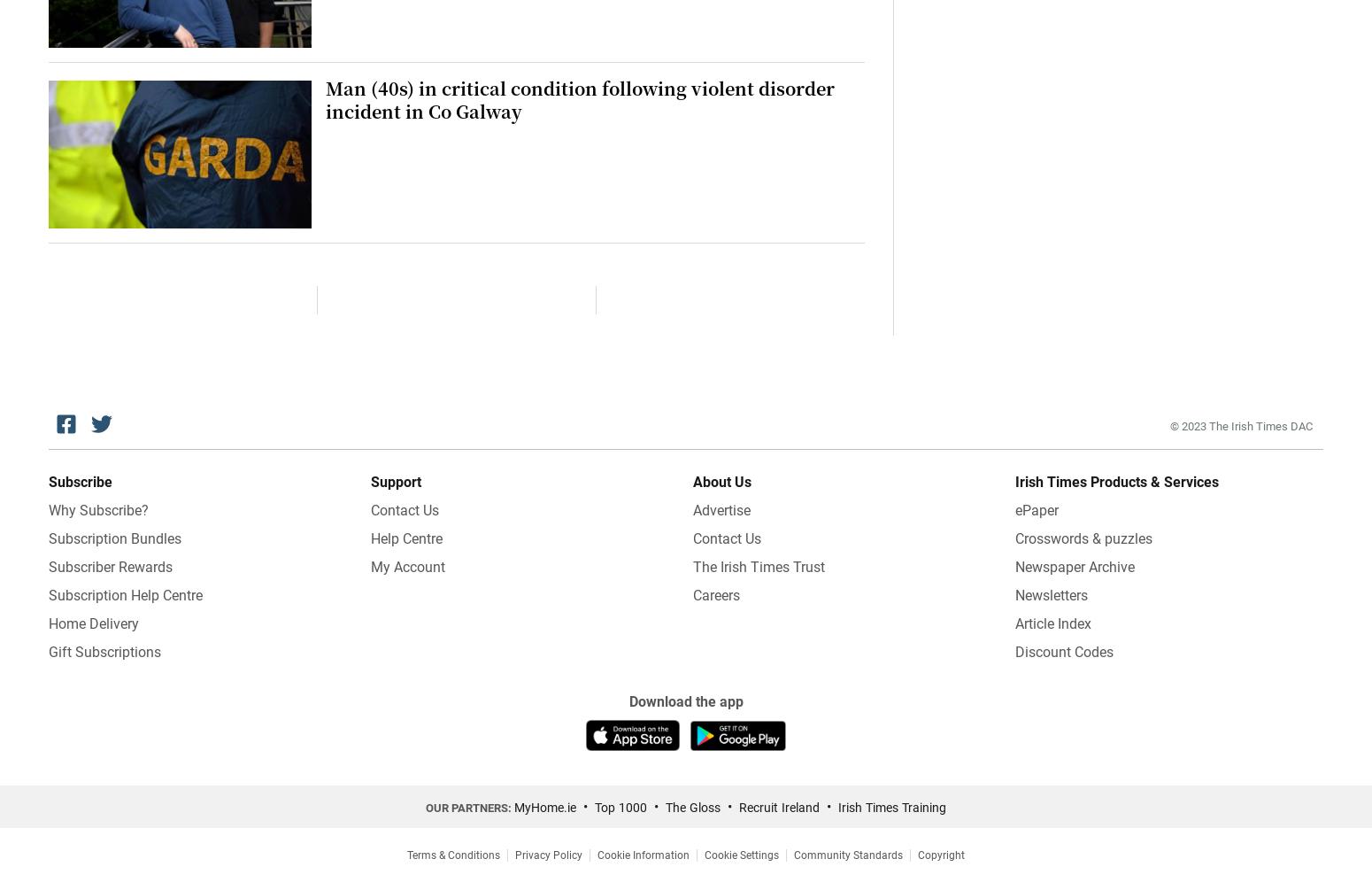 The height and width of the screenshot is (890, 1372). What do you see at coordinates (721, 508) in the screenshot?
I see `'Advertise'` at bounding box center [721, 508].